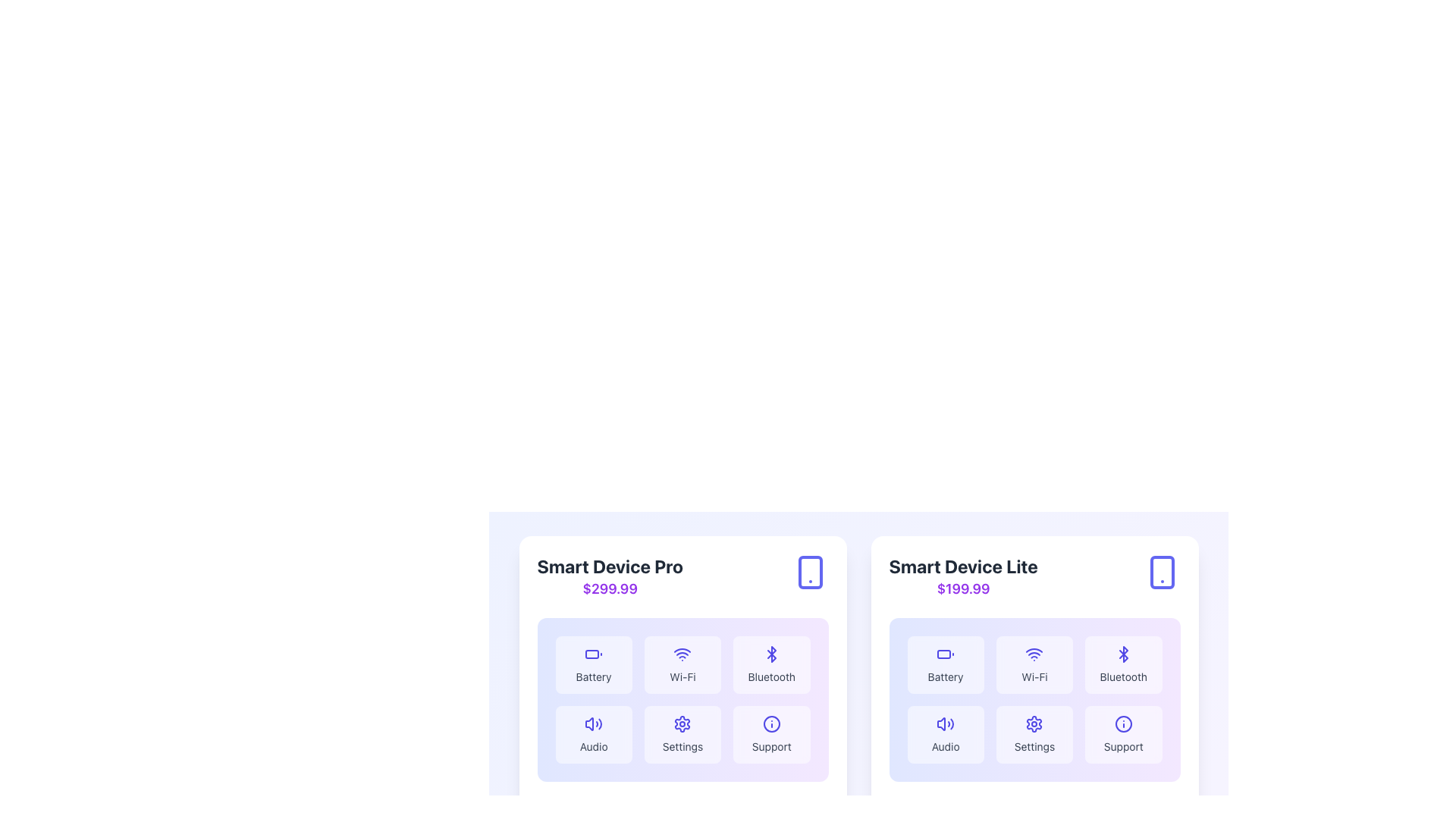 This screenshot has width=1456, height=819. Describe the element at coordinates (593, 654) in the screenshot. I see `the battery SVG icon located in the first row and first column of the grid within the 'Smart Device Pro' card, which visually represents battery status` at that location.